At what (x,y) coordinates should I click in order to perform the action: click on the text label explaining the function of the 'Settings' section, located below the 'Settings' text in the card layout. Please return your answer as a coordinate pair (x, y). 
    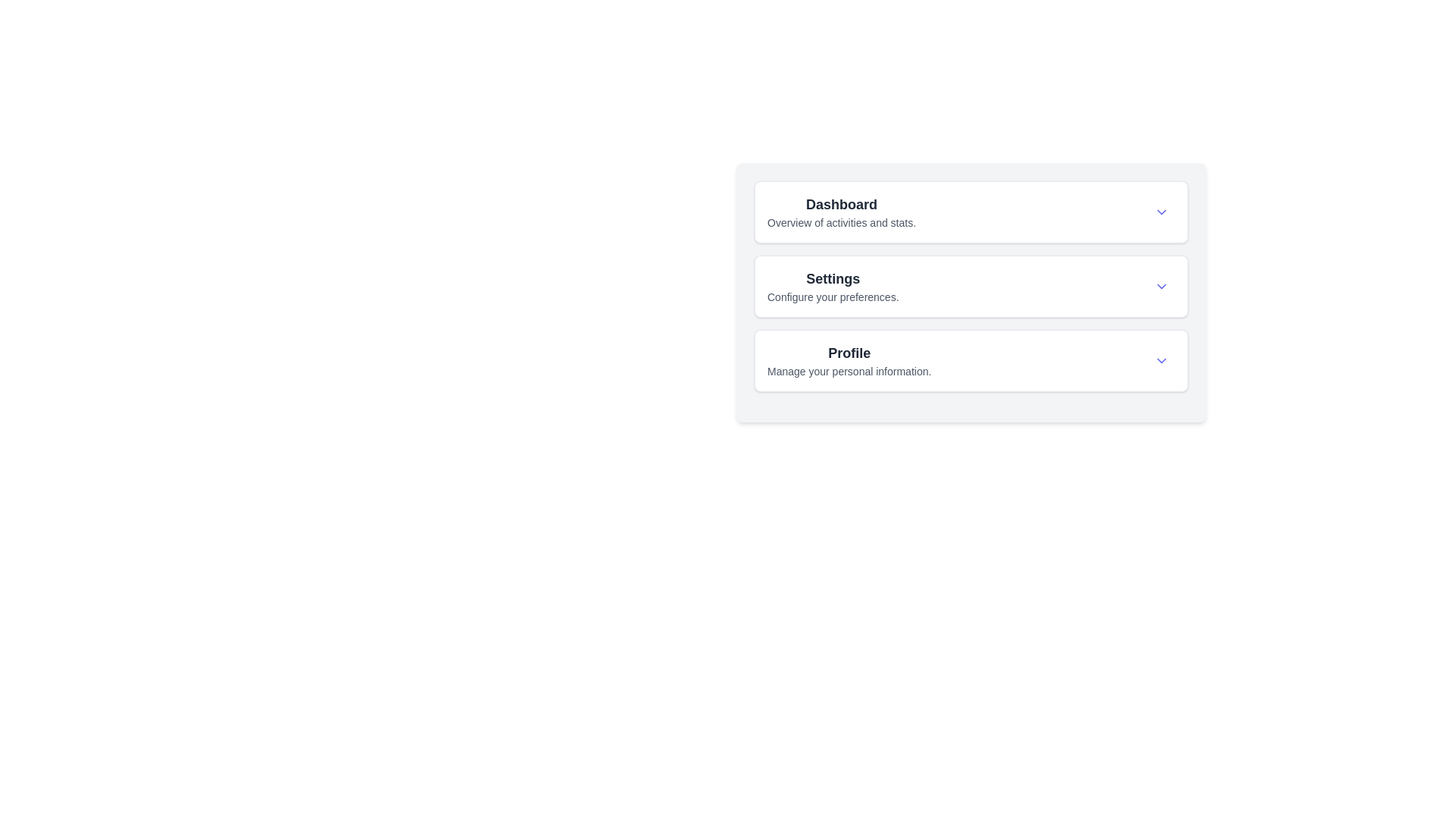
    Looking at the image, I should click on (832, 297).